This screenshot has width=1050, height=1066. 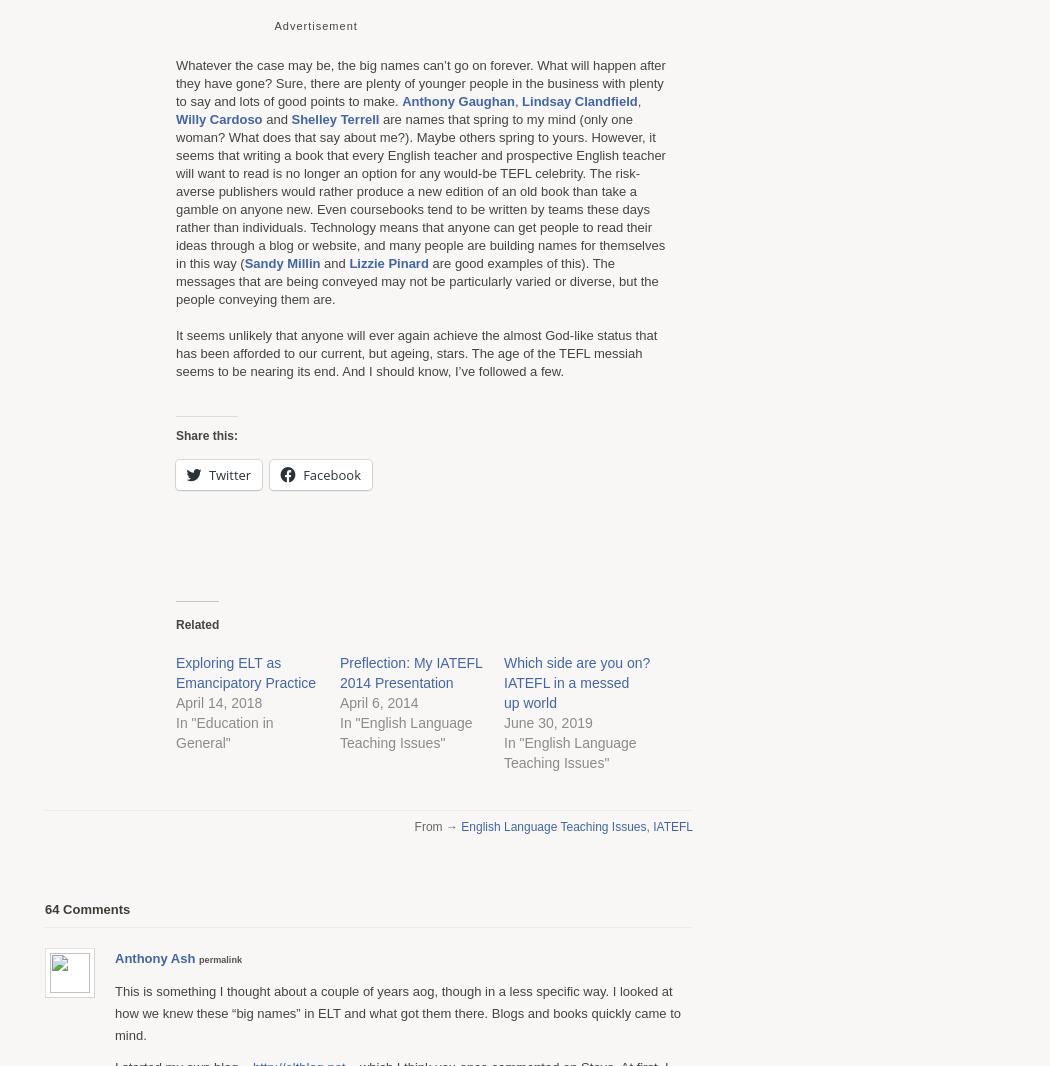 I want to click on 'IATEFL', so click(x=672, y=826).